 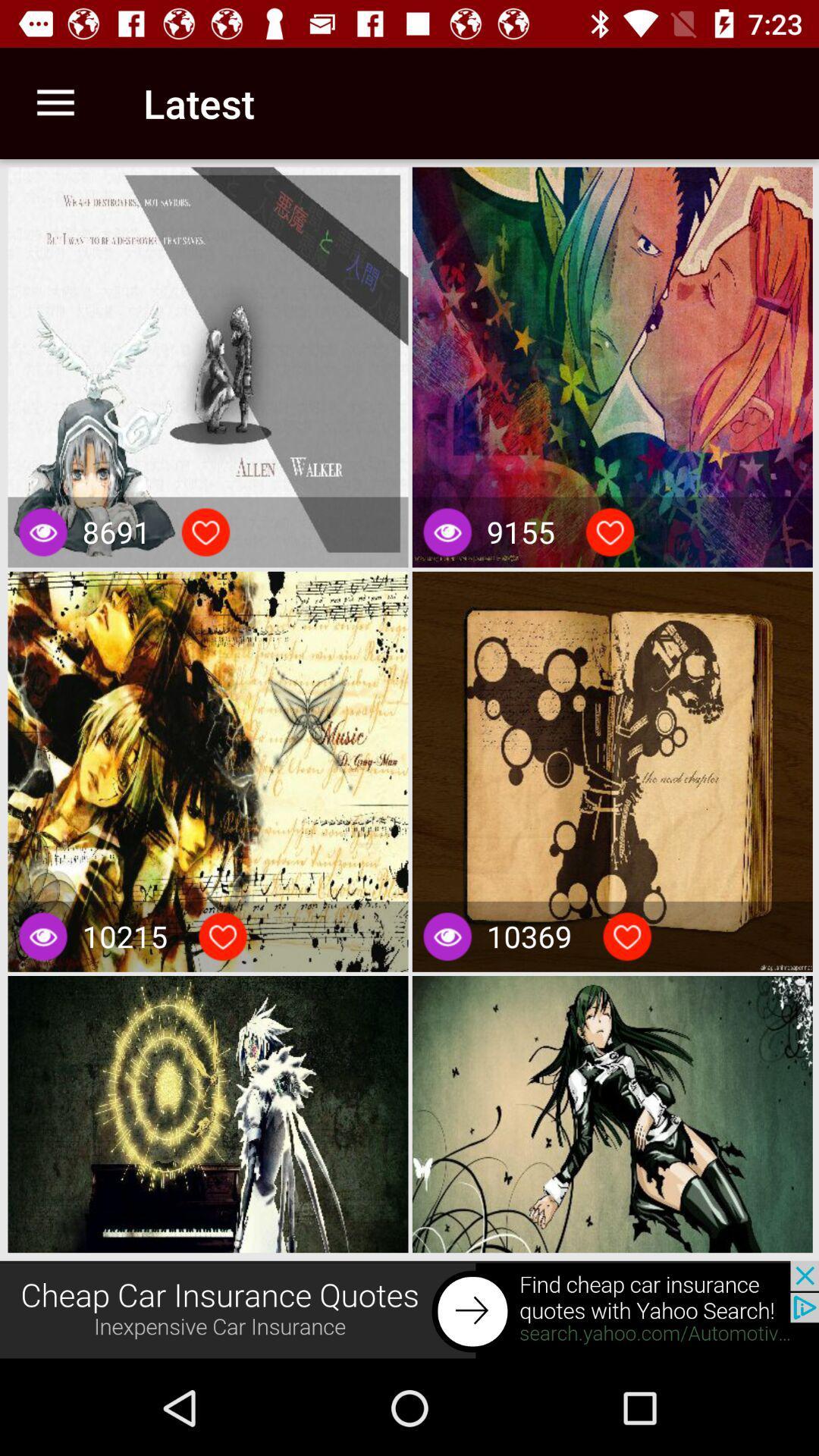 I want to click on to favorite, so click(x=222, y=936).